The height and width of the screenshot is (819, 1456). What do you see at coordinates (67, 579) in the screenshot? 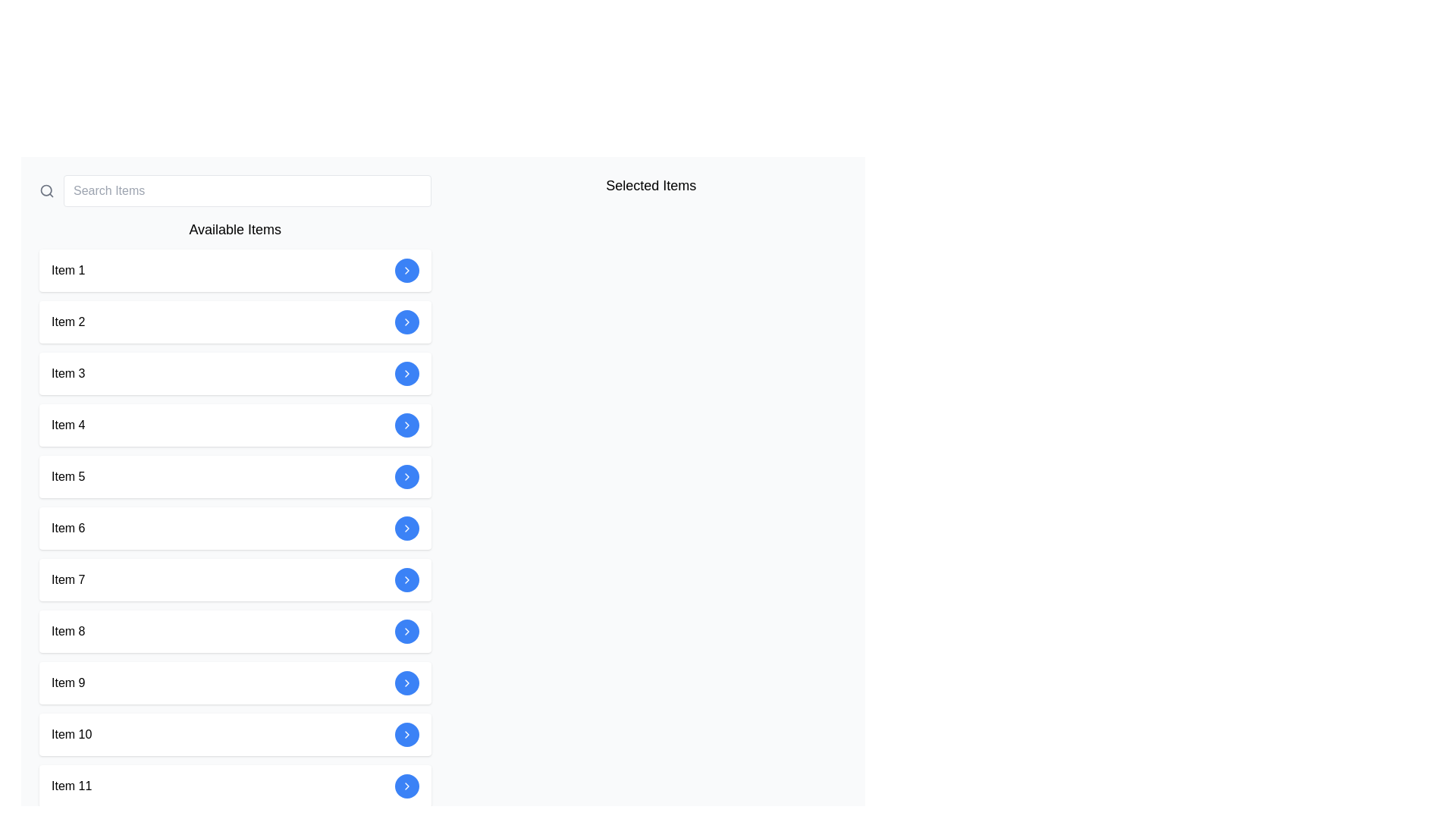
I see `text label that identifies the content of the card as 'Item 7', located in the vertical list of items` at bounding box center [67, 579].